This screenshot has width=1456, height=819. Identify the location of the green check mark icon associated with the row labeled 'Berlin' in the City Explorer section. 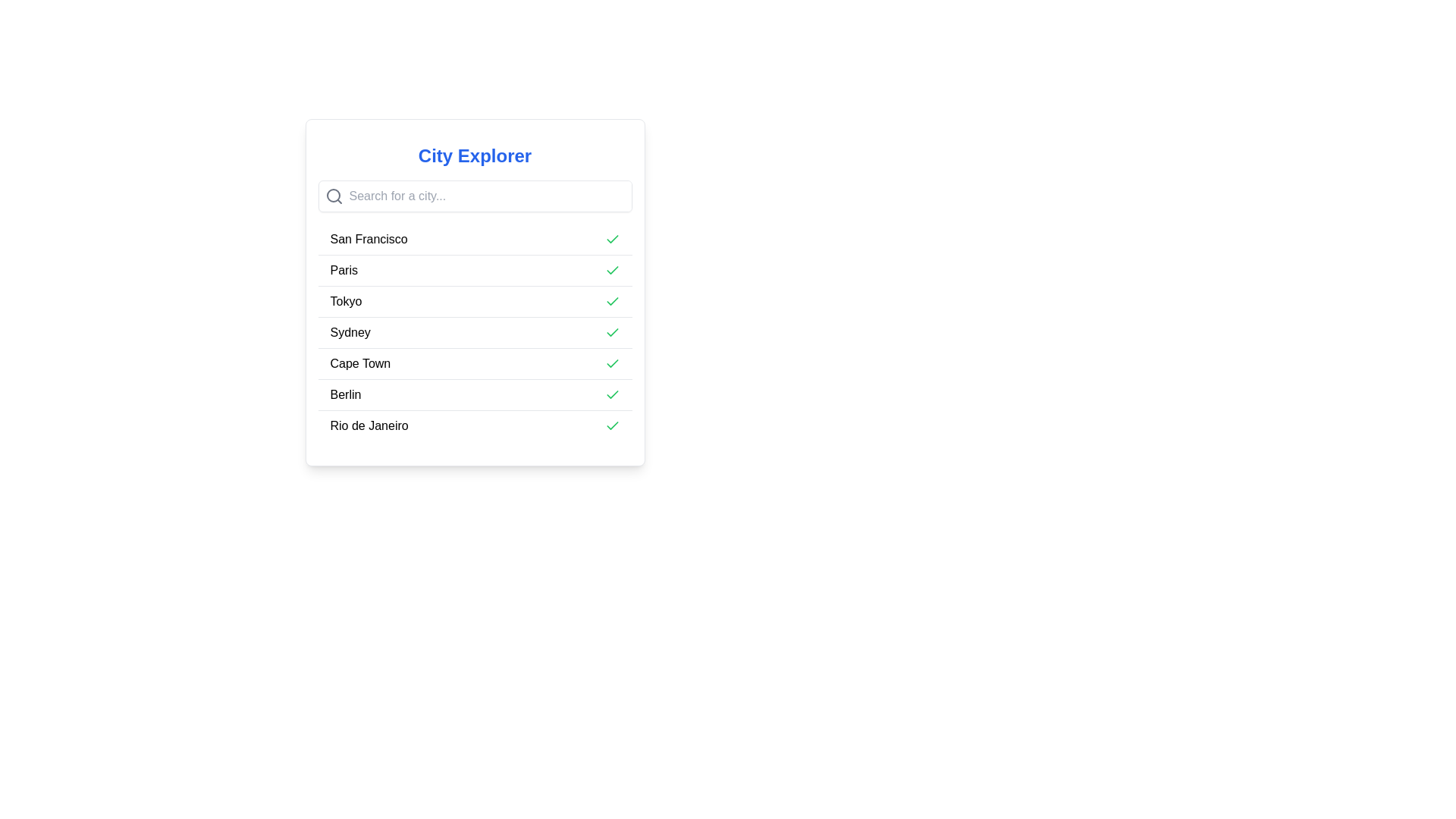
(612, 301).